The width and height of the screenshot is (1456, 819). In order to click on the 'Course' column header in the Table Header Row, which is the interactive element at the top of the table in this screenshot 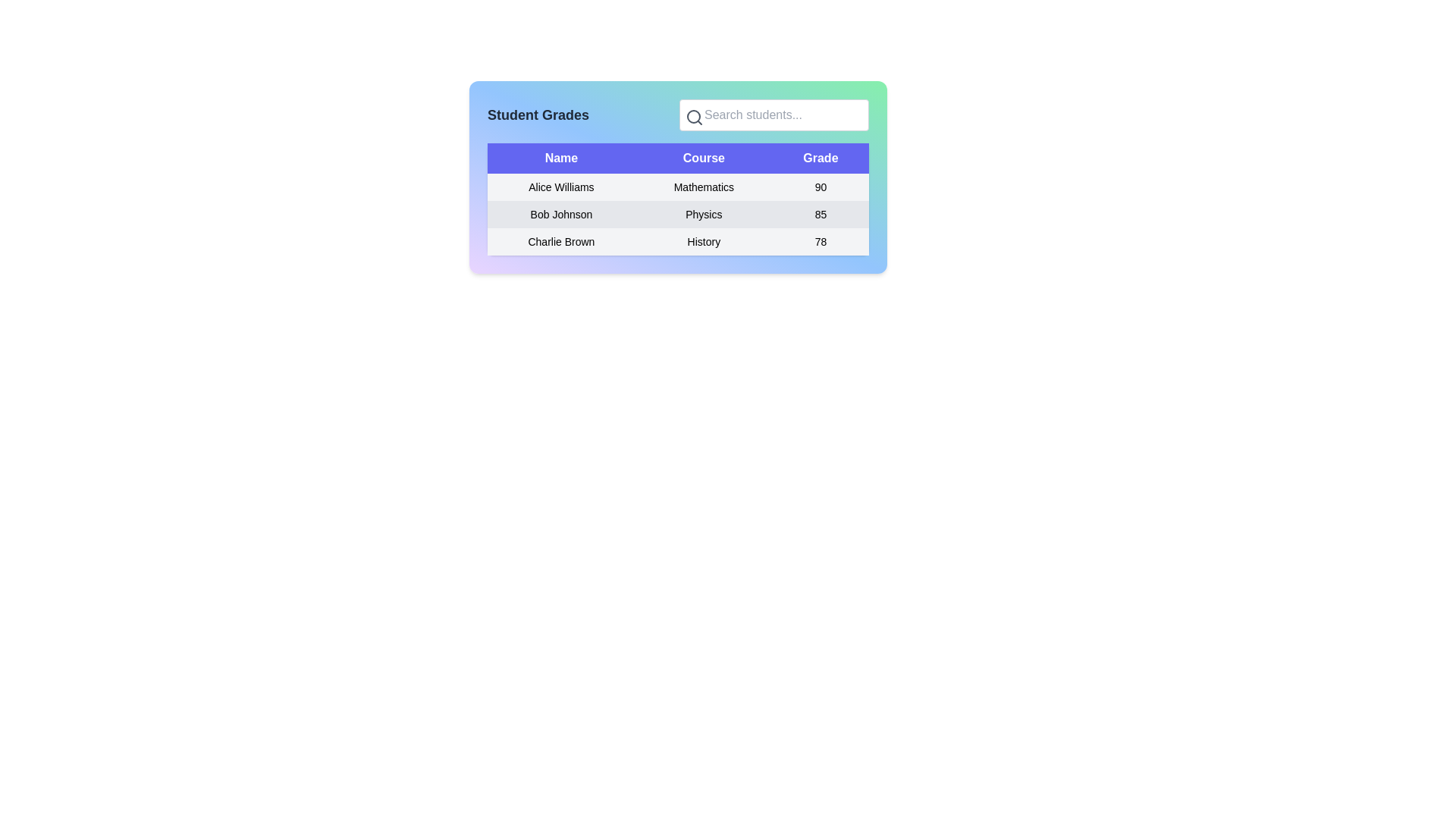, I will do `click(677, 158)`.